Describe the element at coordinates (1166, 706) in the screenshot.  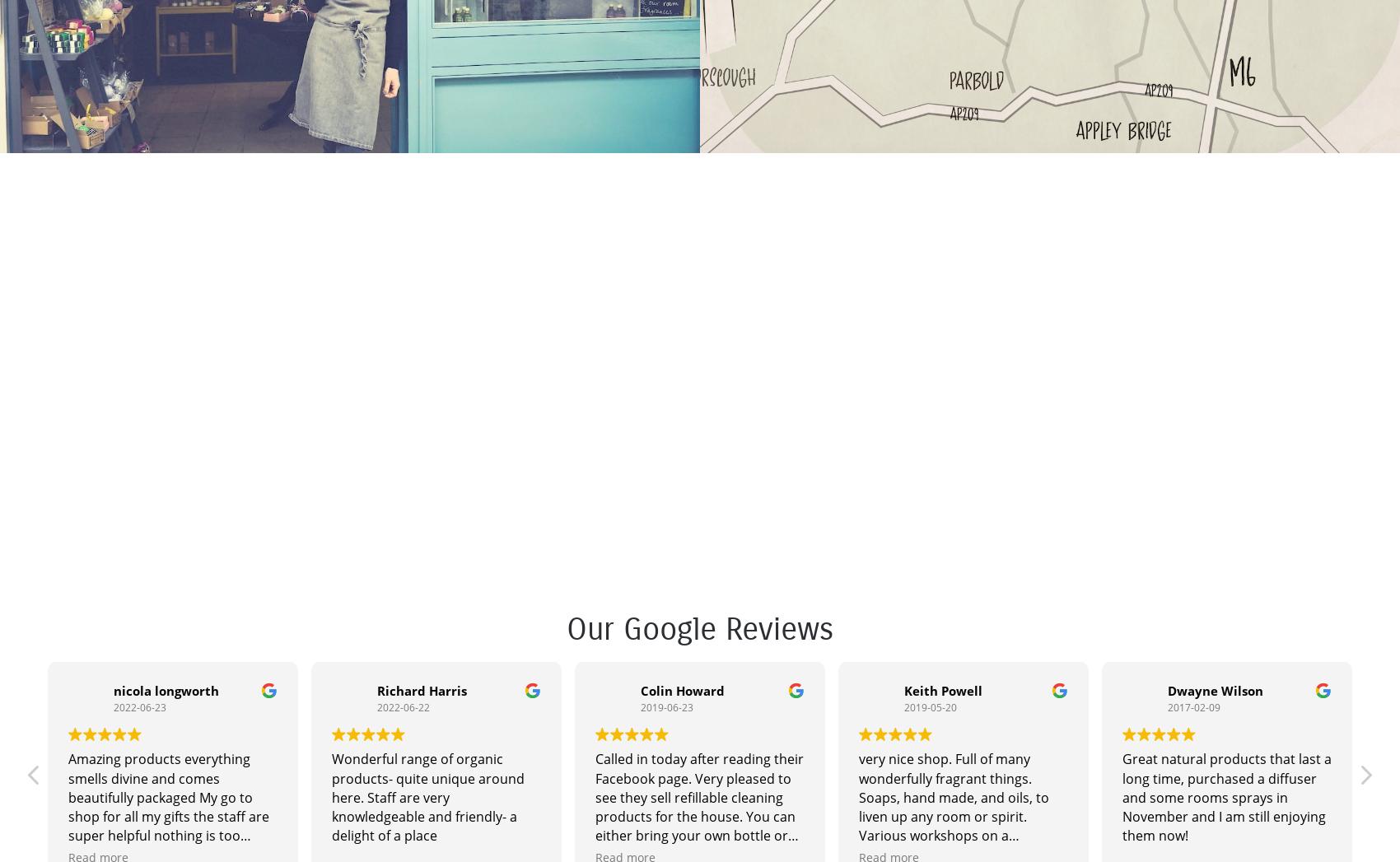
I see `'2017-02-09'` at that location.